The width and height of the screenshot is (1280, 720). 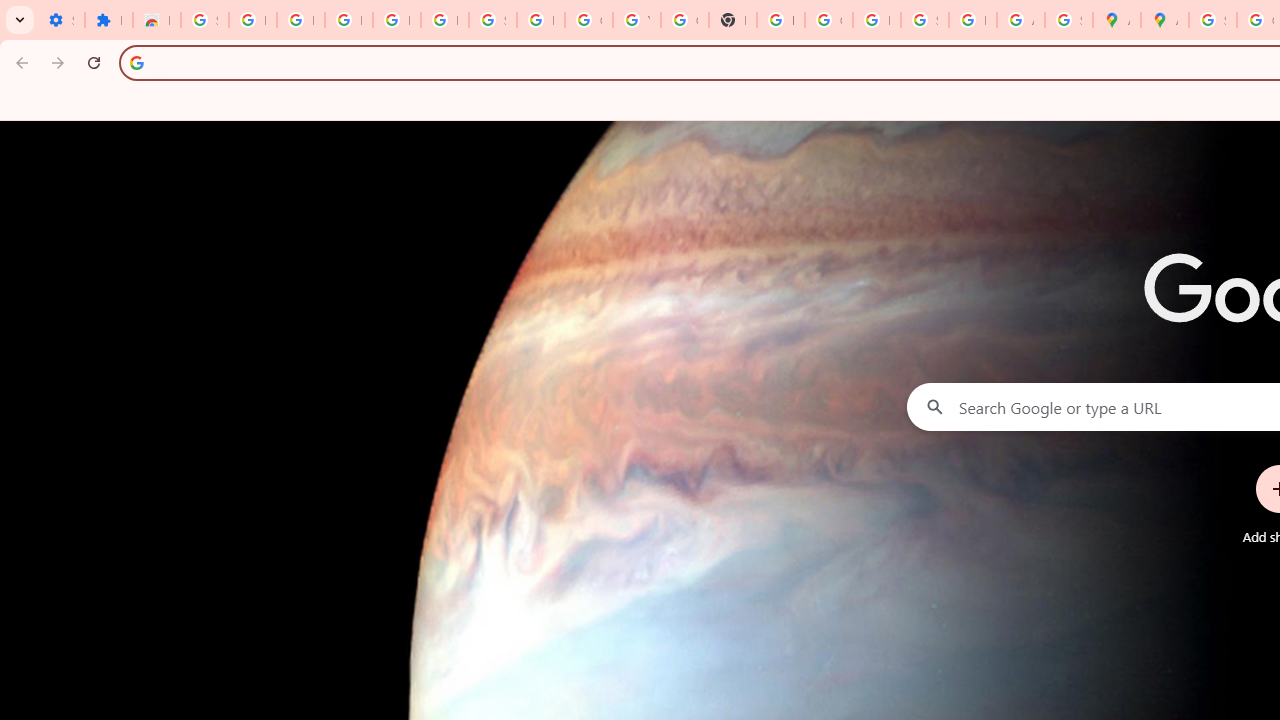 What do you see at coordinates (155, 20) in the screenshot?
I see `'Reviews: Helix Fruit Jump Arcade Game'` at bounding box center [155, 20].